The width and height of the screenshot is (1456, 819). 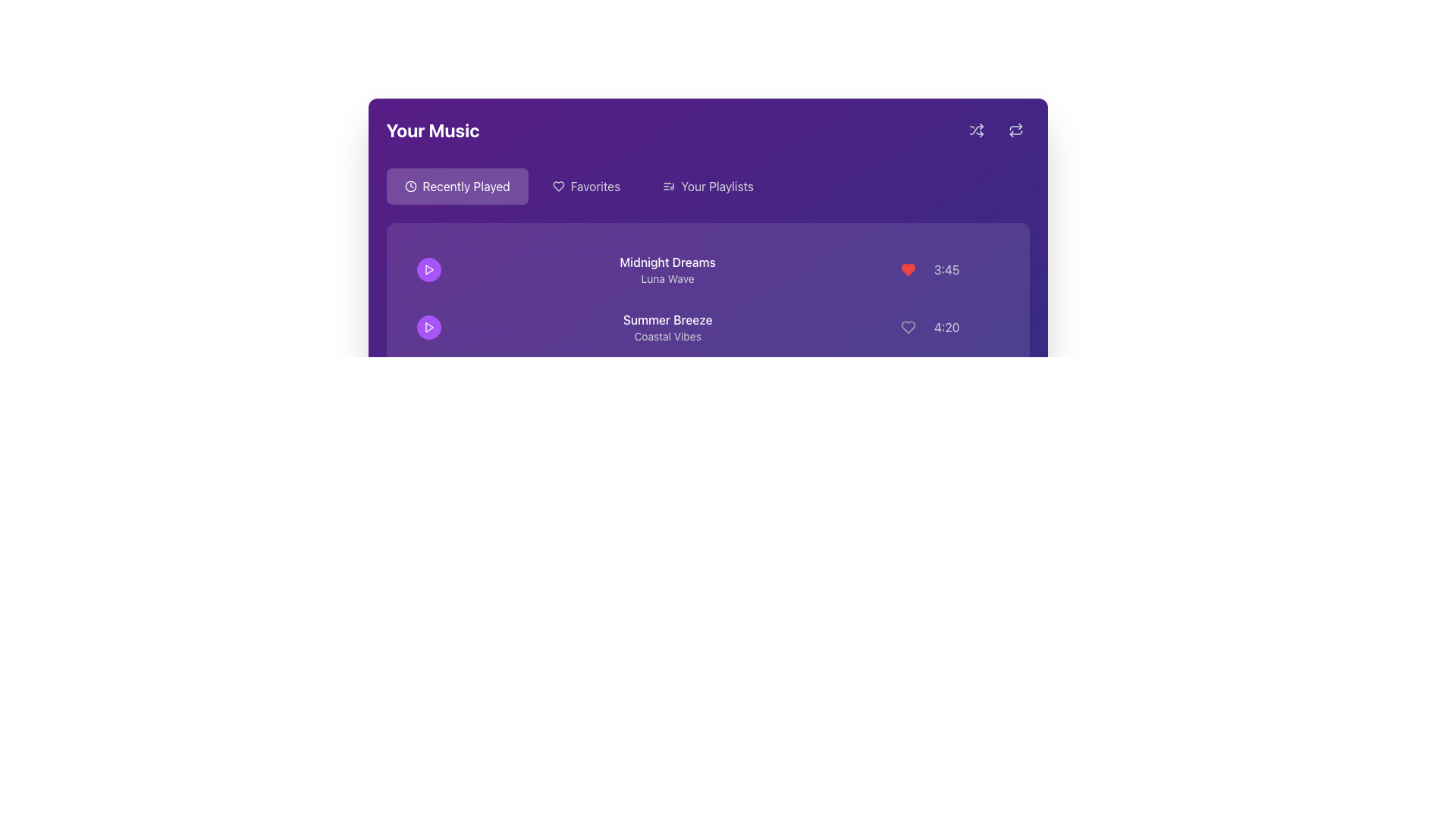 I want to click on the button with three vertically aligned dots located at the rightmost side of the 'Midnight Dreams - Luna Wave' music item row, so click(x=985, y=268).